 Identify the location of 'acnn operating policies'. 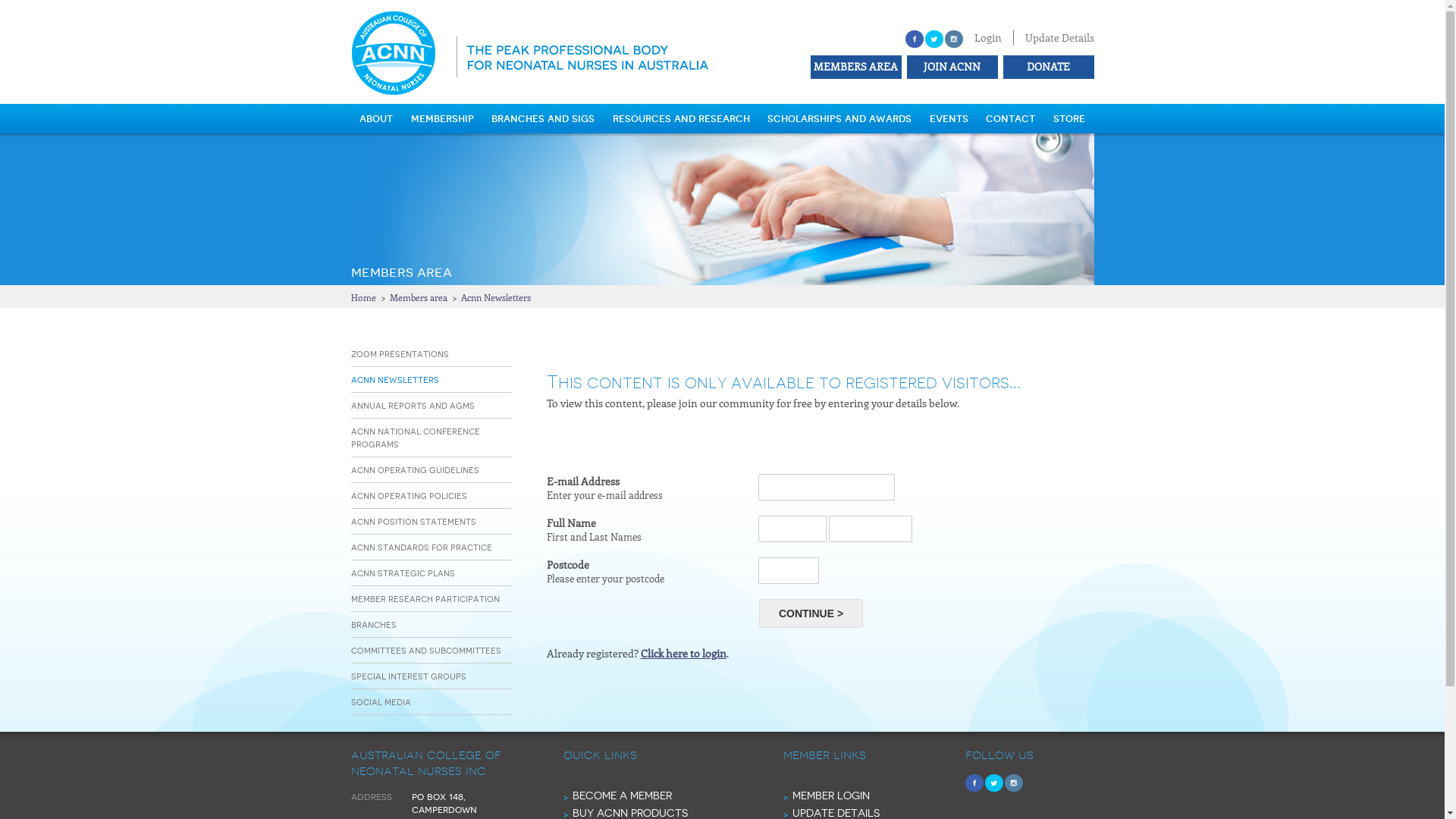
(349, 495).